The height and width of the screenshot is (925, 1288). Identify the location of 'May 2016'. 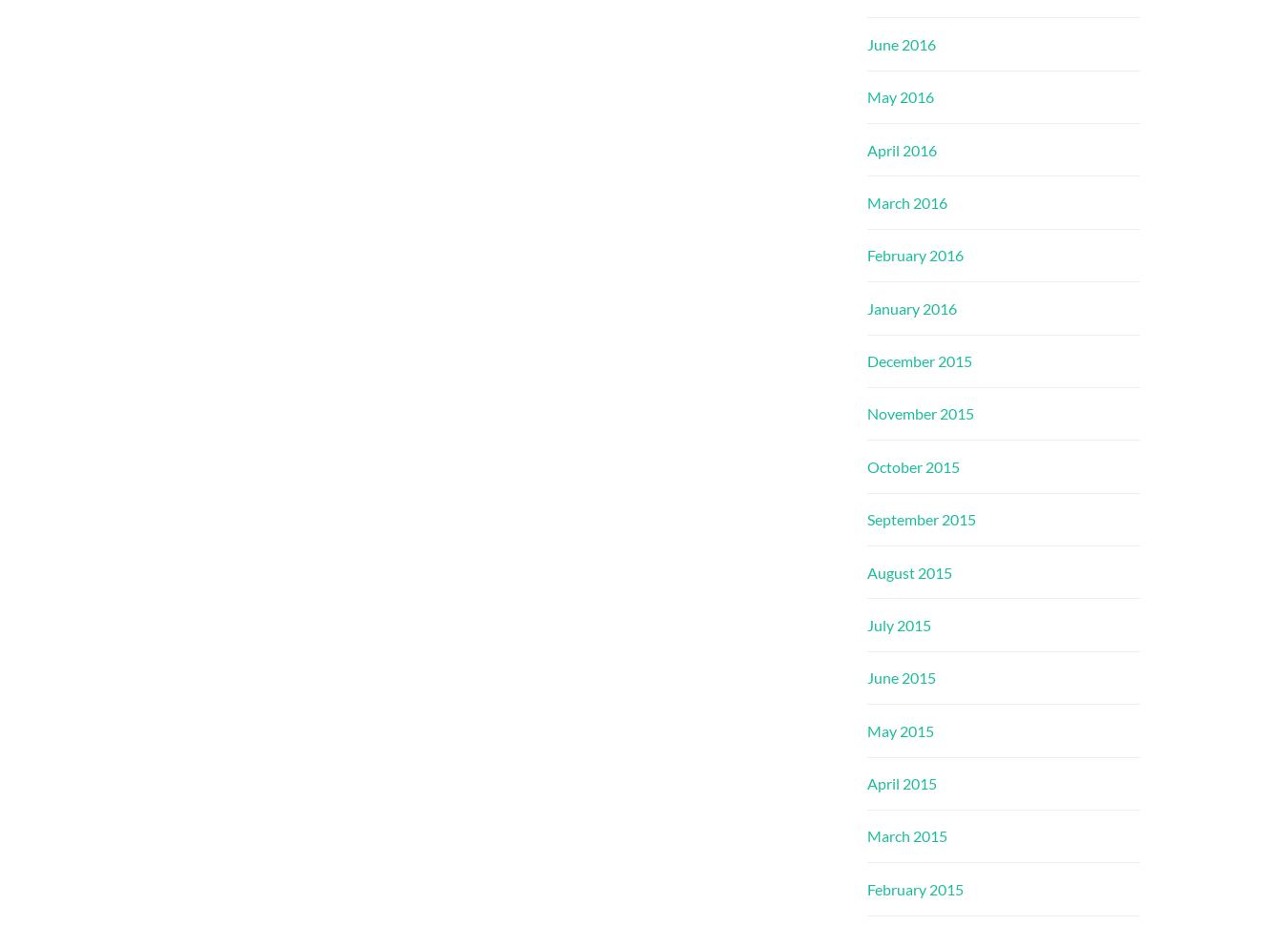
(900, 96).